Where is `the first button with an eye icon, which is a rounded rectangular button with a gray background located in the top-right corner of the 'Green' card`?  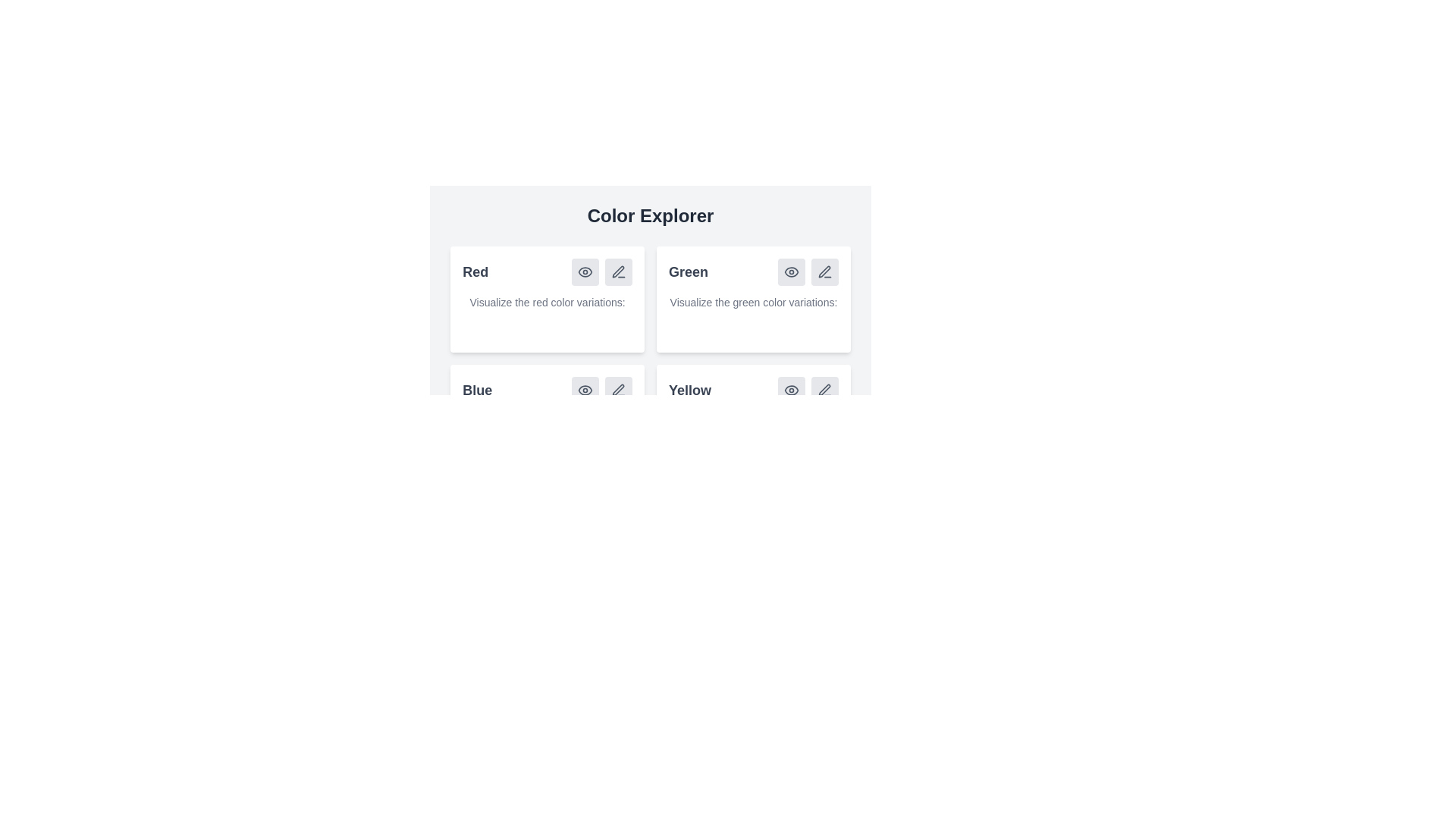
the first button with an eye icon, which is a rounded rectangular button with a gray background located in the top-right corner of the 'Green' card is located at coordinates (790, 271).